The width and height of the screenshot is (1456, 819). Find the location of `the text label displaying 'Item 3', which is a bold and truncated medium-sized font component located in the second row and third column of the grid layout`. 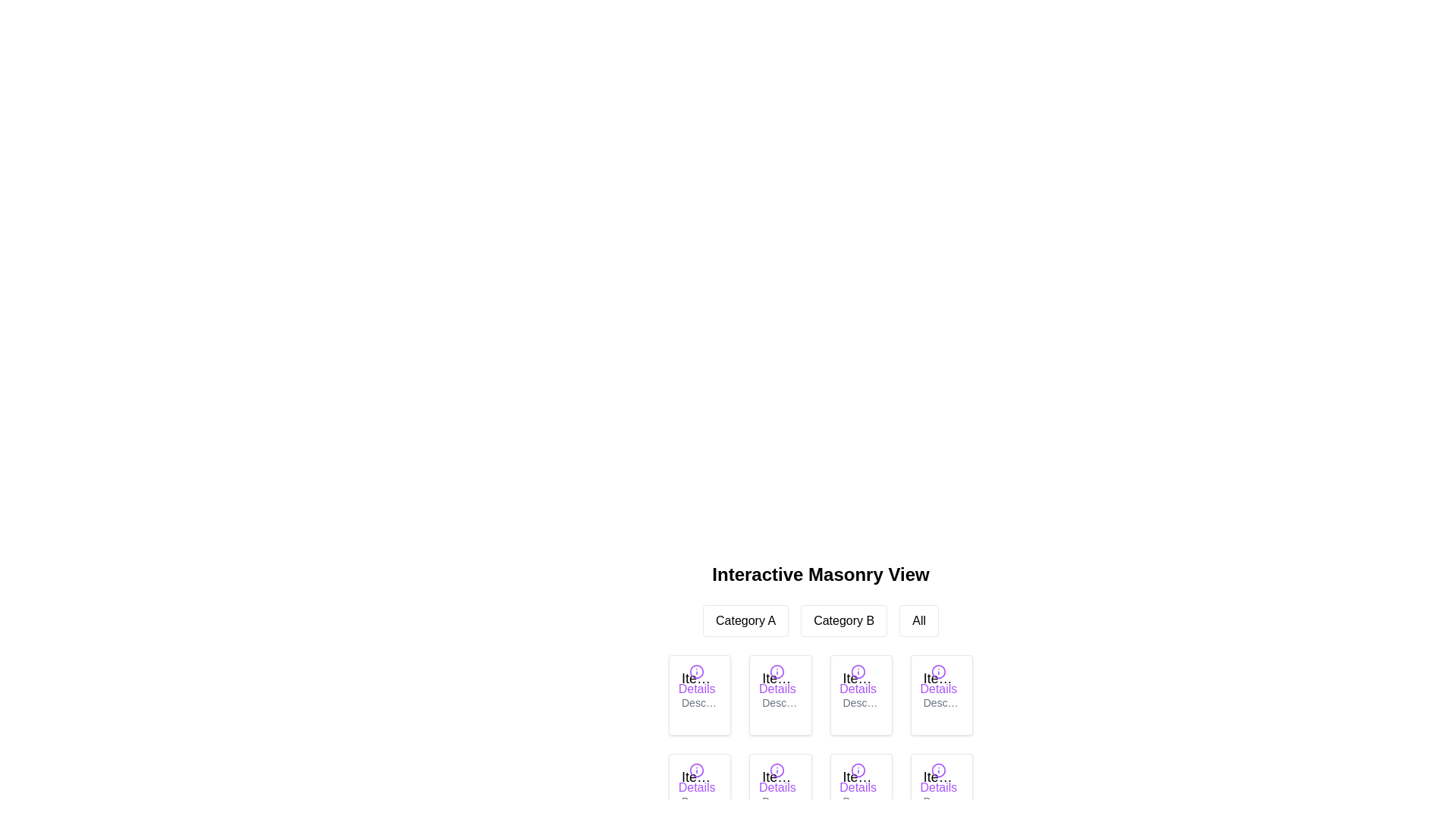

the text label displaying 'Item 3', which is a bold and truncated medium-sized font component located in the second row and third column of the grid layout is located at coordinates (861, 677).